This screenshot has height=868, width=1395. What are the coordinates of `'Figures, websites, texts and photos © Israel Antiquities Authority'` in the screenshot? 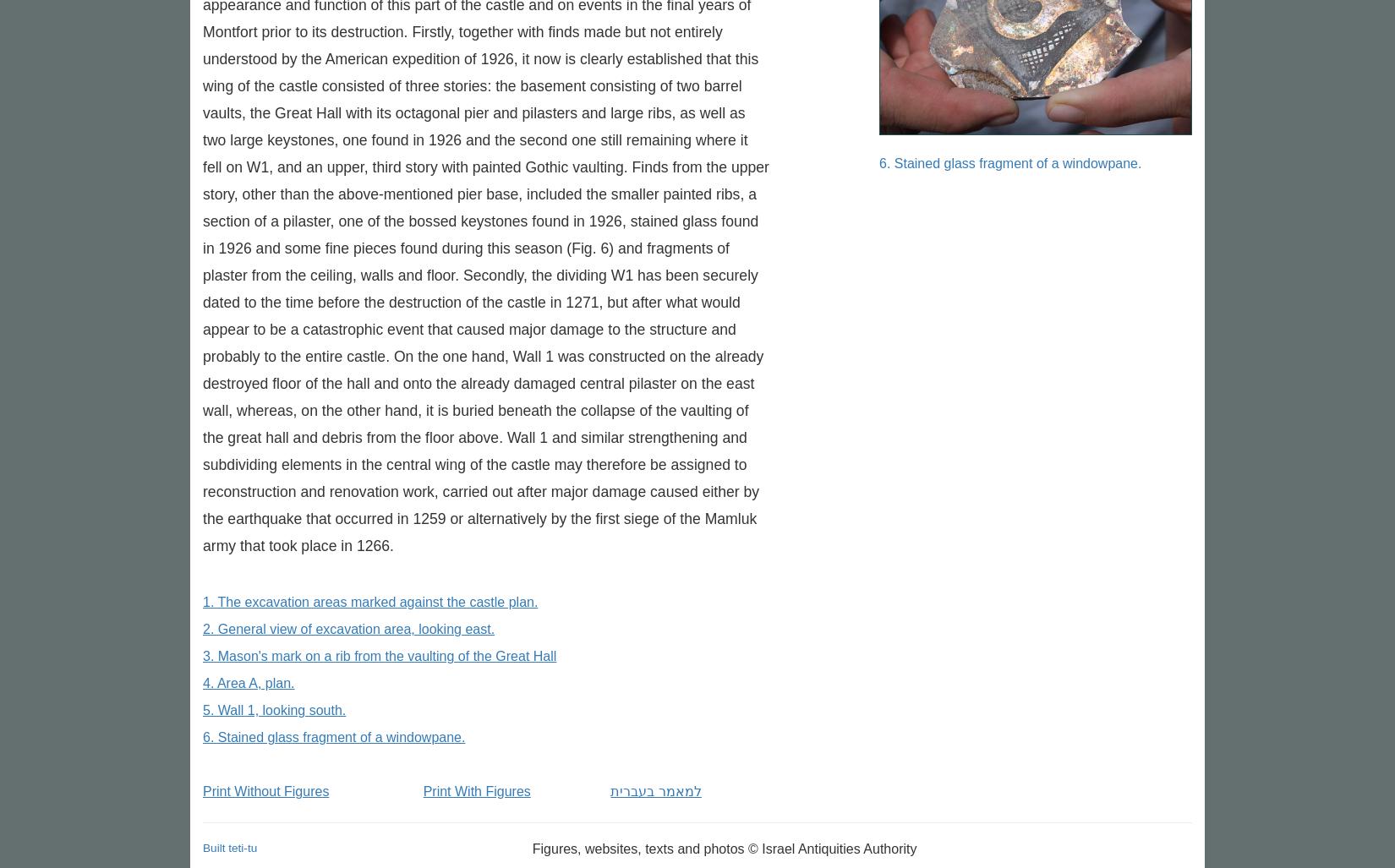 It's located at (530, 848).